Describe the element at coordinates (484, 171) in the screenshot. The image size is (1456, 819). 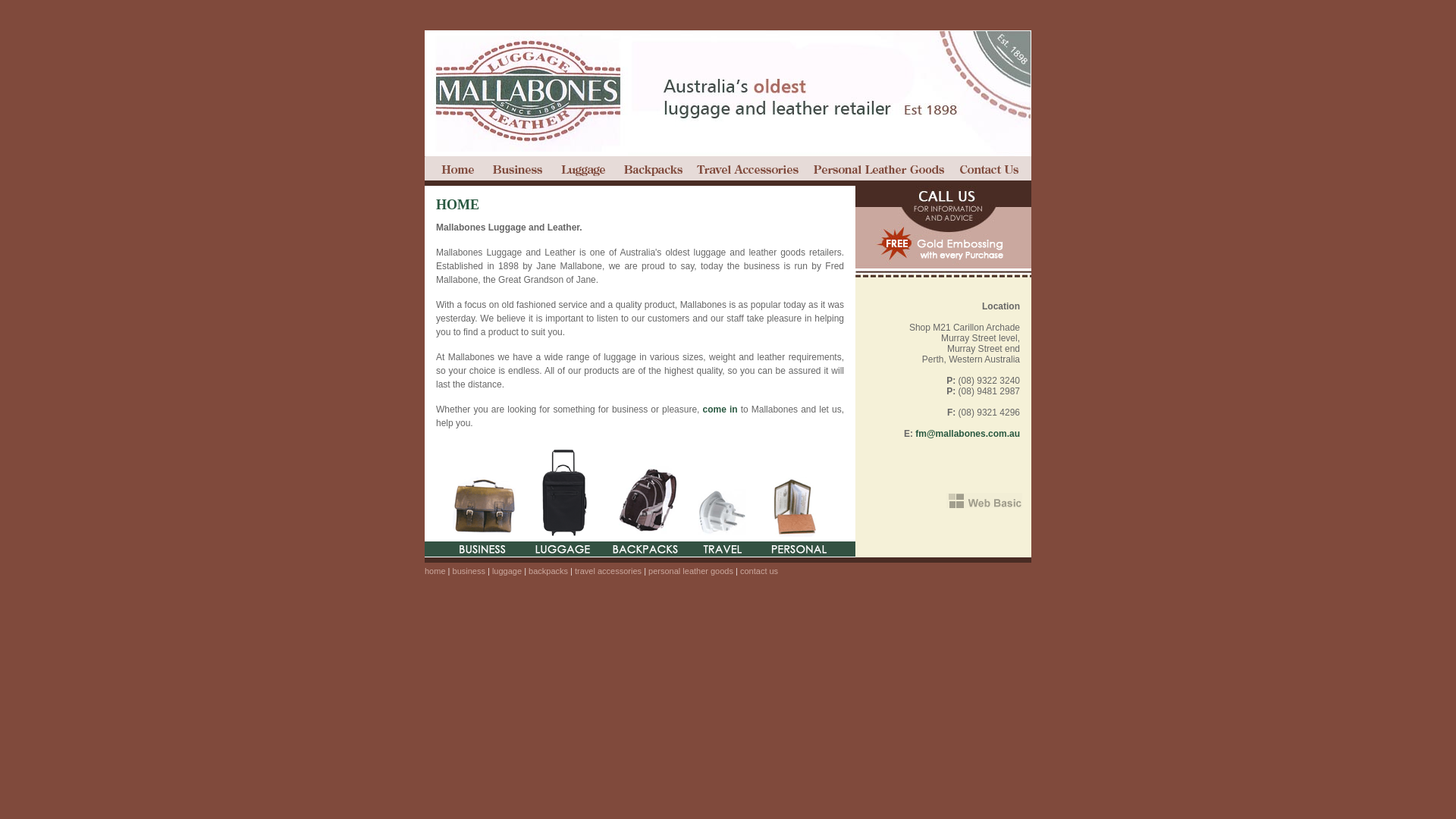
I see `'business'` at that location.